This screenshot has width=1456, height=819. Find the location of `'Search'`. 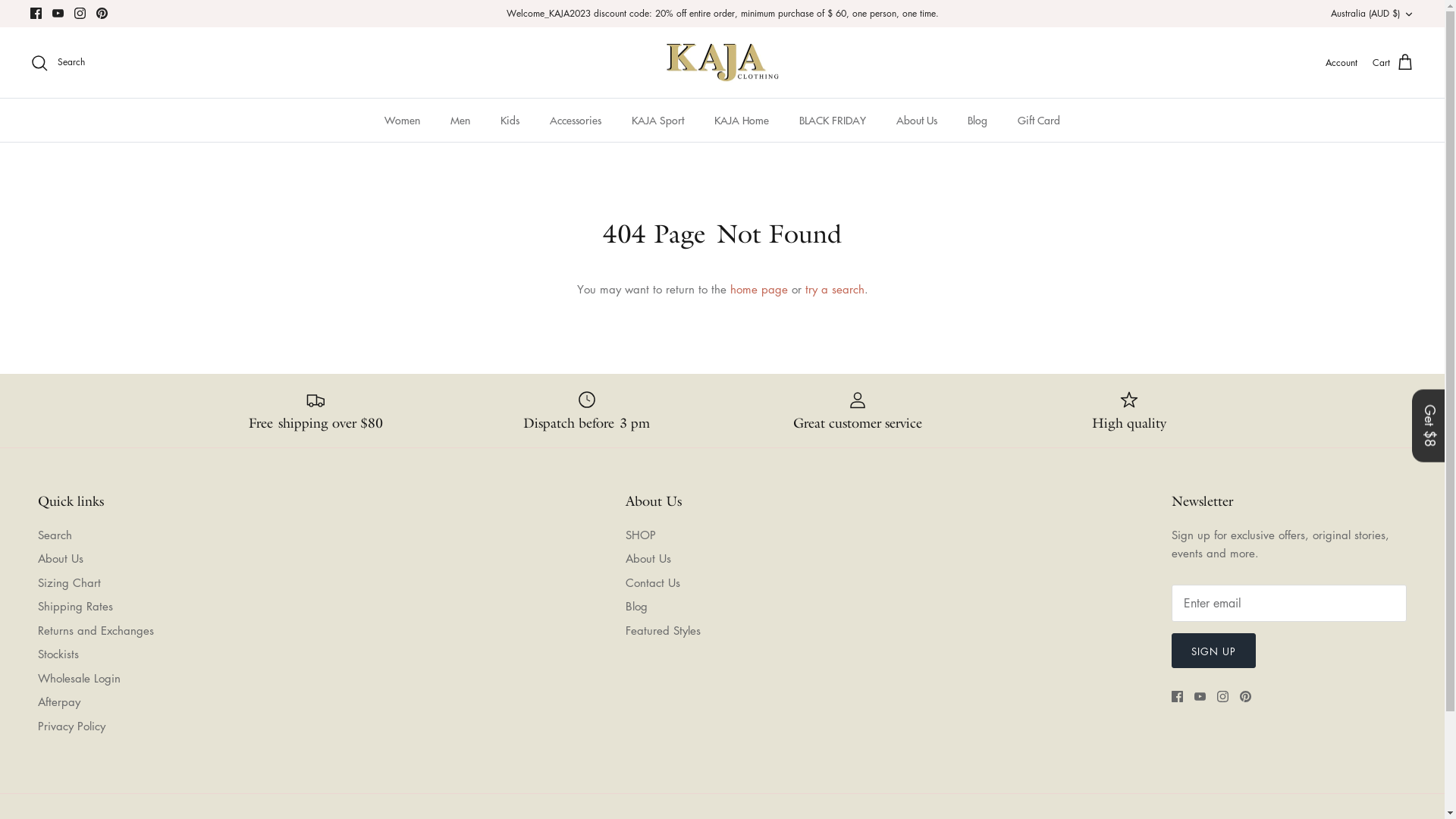

'Search' is located at coordinates (37, 534).